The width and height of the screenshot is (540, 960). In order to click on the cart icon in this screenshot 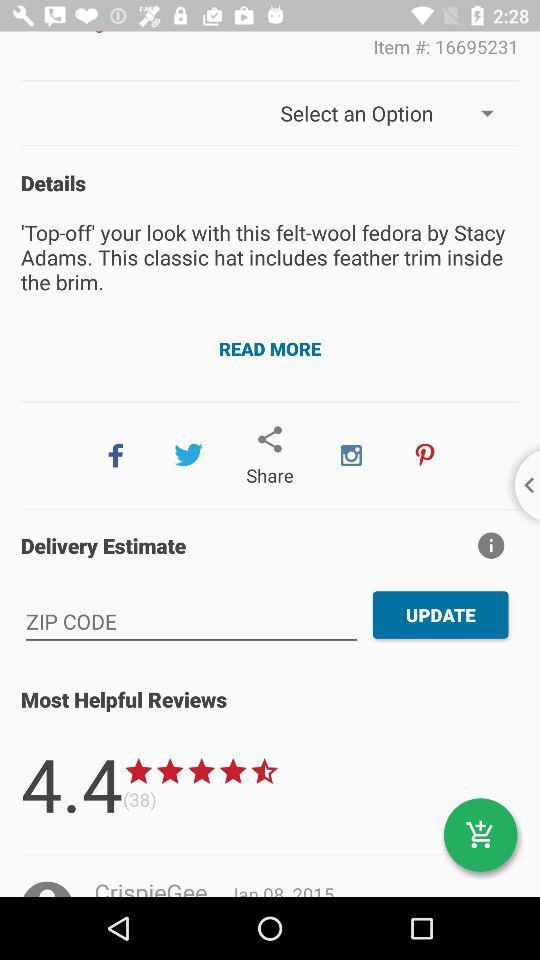, I will do `click(479, 835)`.